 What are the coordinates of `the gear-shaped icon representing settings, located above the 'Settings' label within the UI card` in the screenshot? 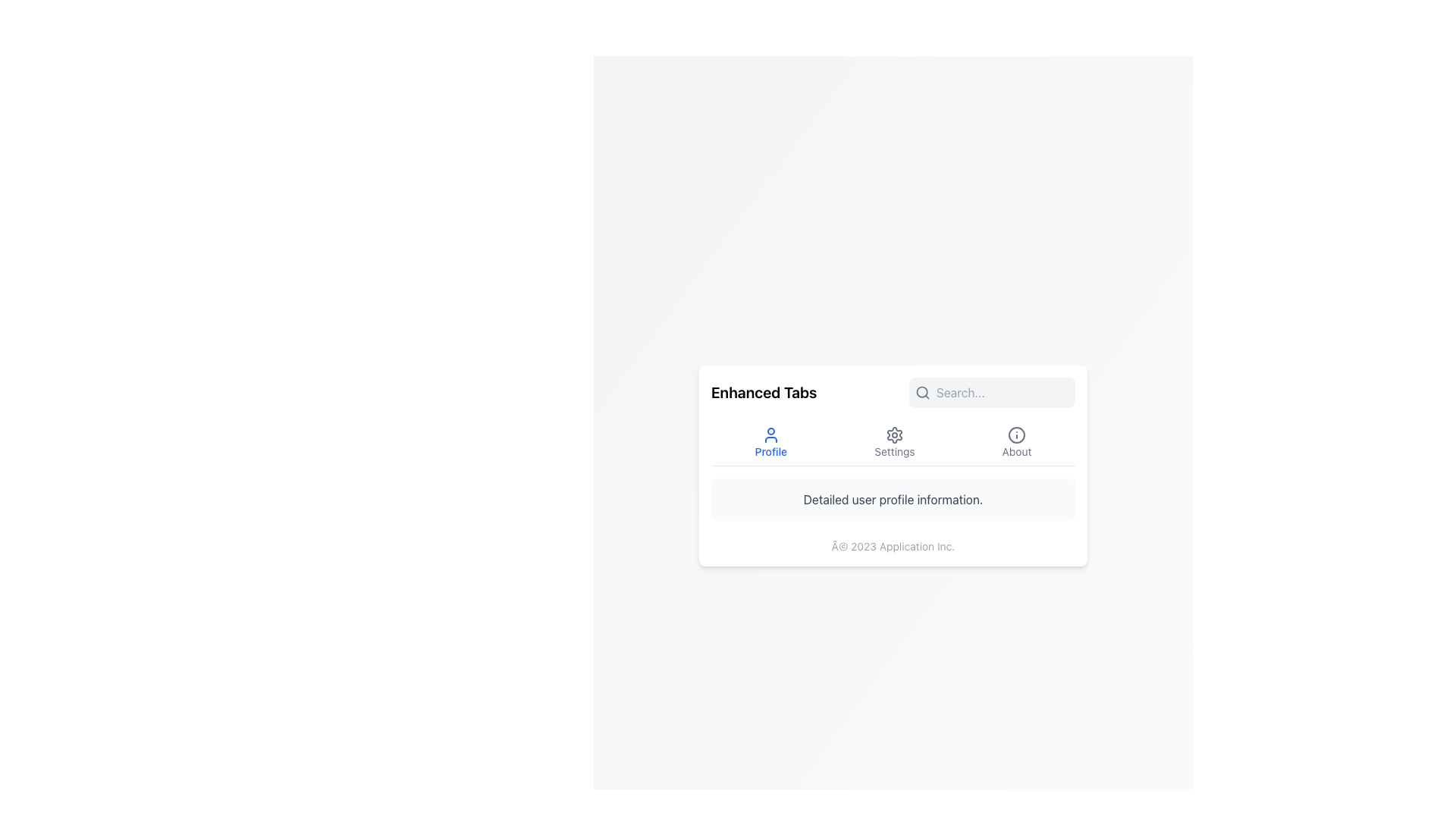 It's located at (894, 435).